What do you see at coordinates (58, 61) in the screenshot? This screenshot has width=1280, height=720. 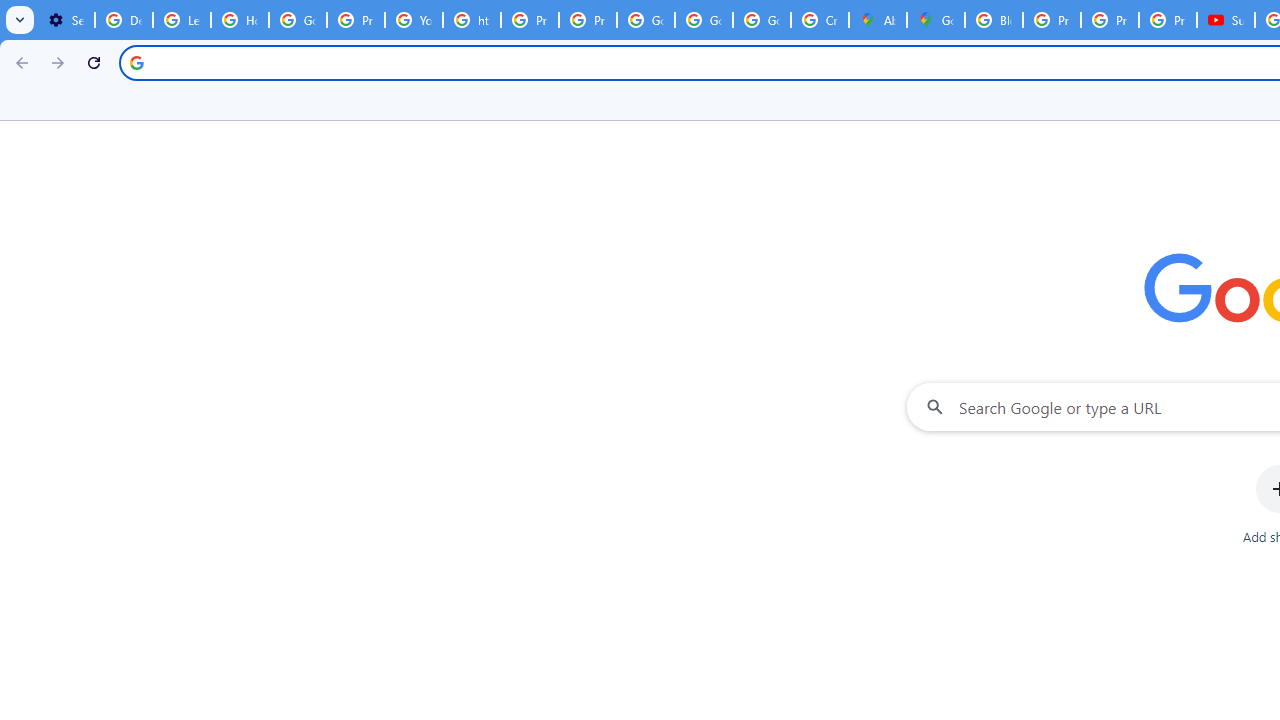 I see `'Forward'` at bounding box center [58, 61].